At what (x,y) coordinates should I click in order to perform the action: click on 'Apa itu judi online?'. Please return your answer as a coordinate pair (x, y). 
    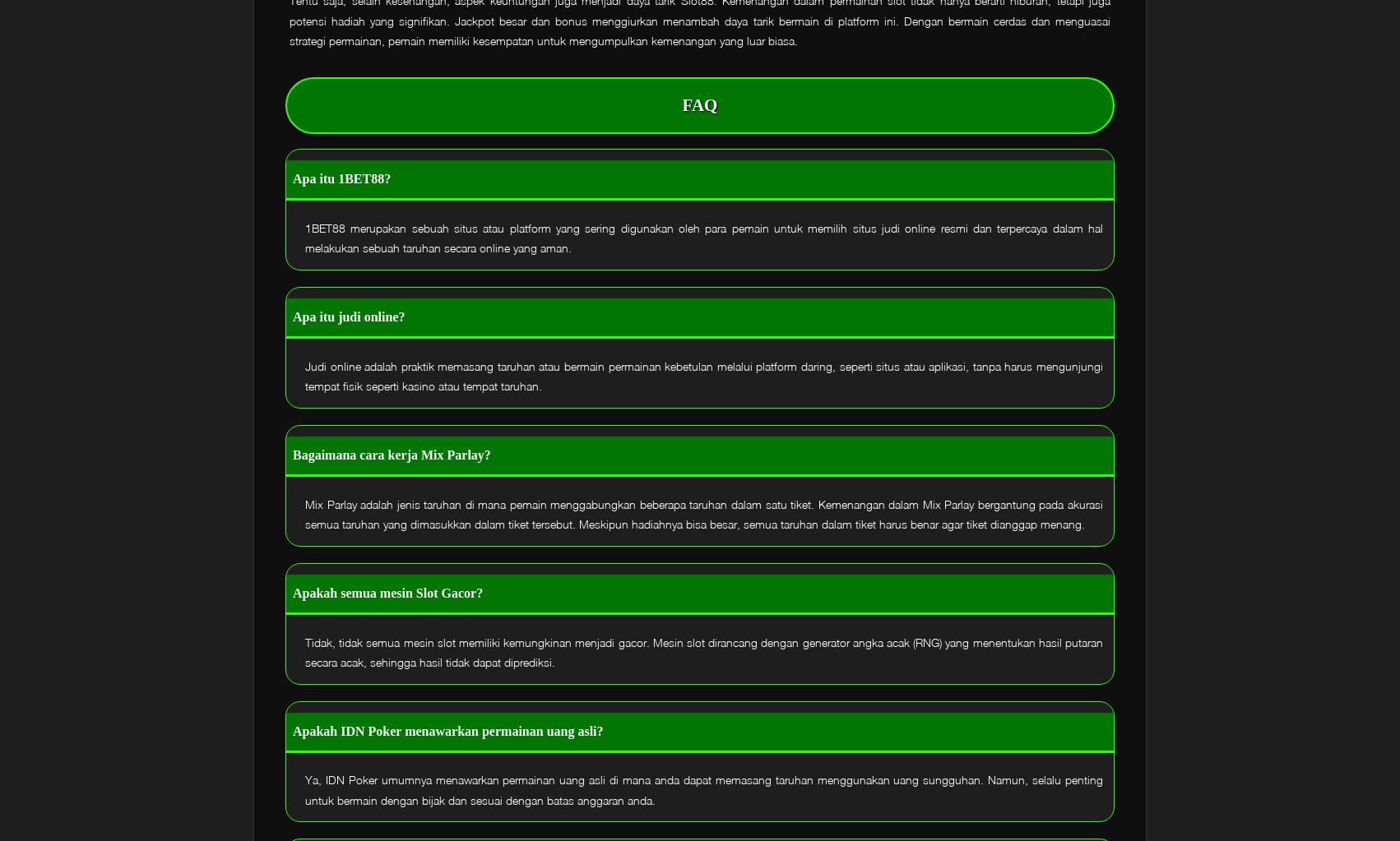
    Looking at the image, I should click on (293, 316).